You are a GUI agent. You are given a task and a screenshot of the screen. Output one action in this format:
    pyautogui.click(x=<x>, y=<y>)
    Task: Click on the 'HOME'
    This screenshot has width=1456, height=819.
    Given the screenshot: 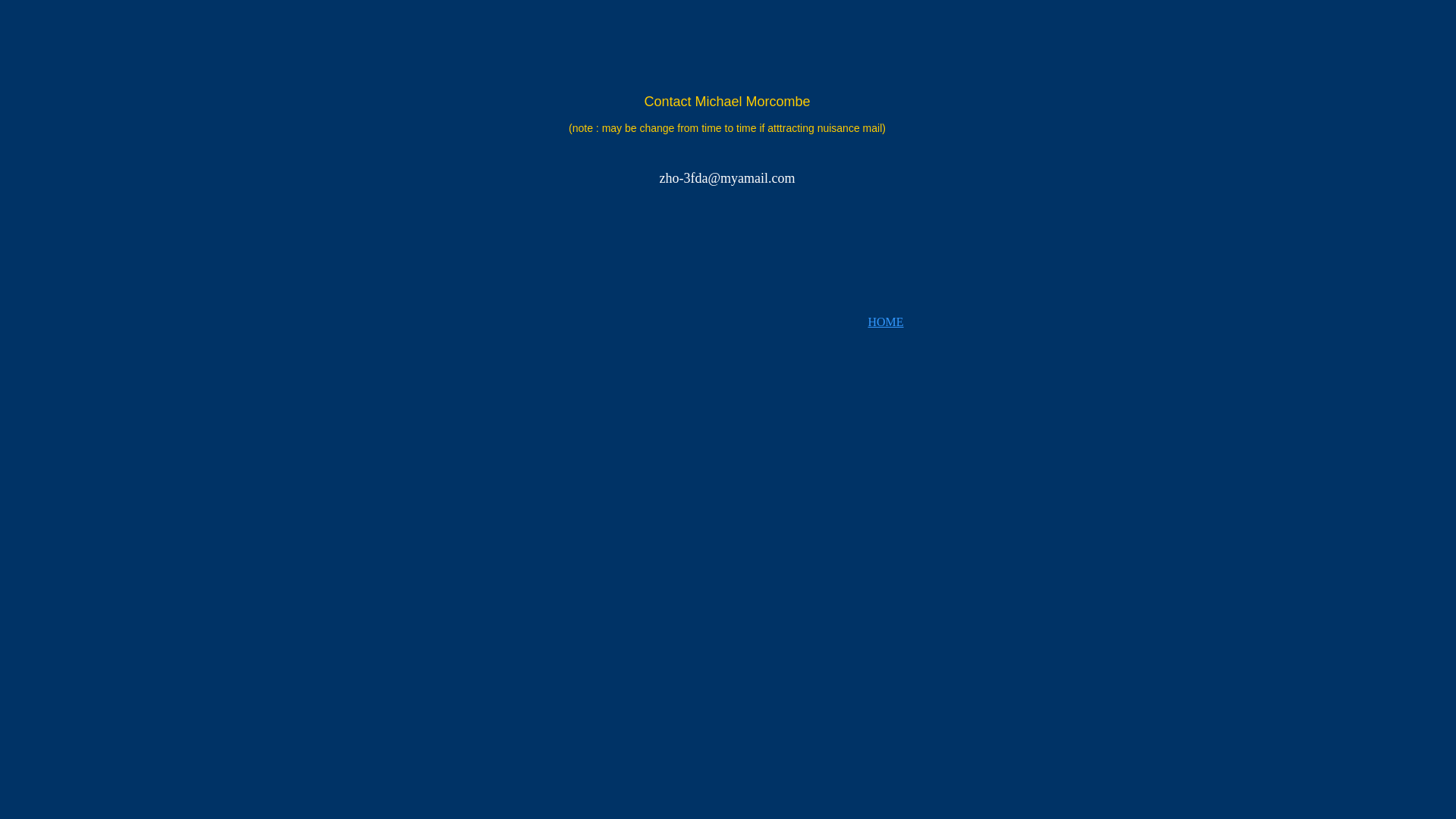 What is the action you would take?
    pyautogui.click(x=885, y=321)
    